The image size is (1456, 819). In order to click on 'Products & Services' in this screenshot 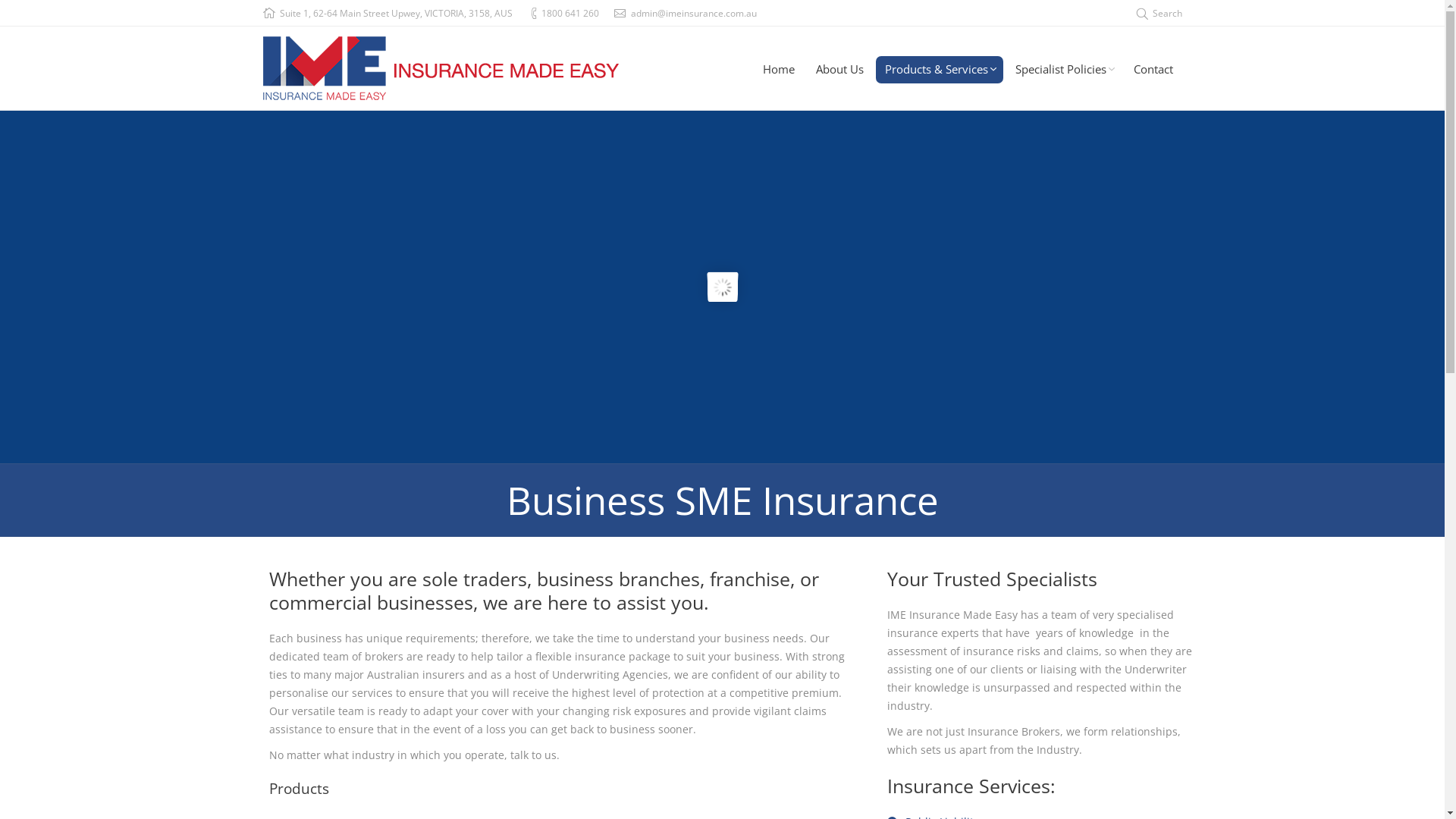, I will do `click(874, 70)`.